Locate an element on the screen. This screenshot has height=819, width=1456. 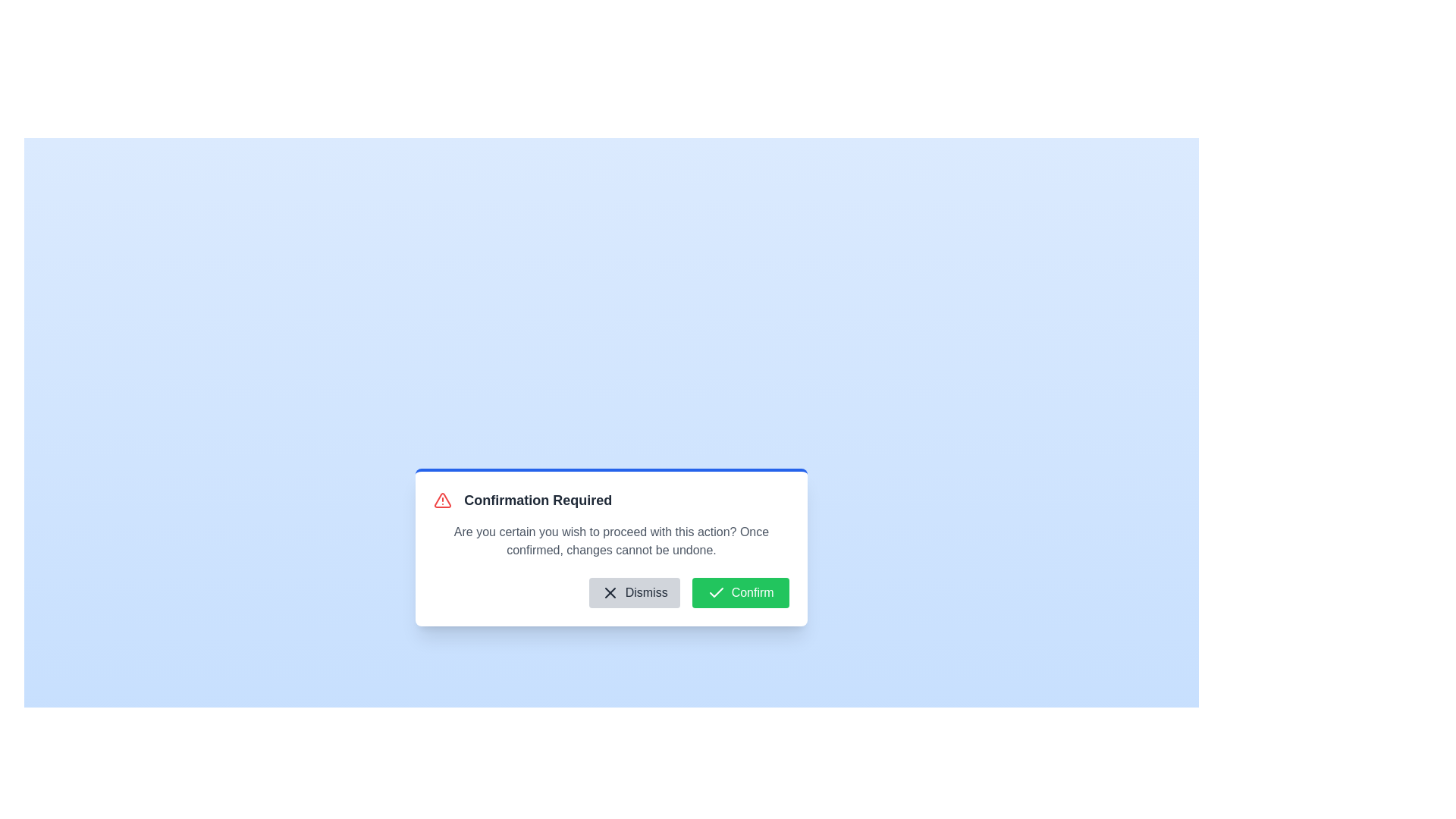
the alert icon located at the top-left corner of the 'Confirmation Required' dialog box, which serves as a visual indicator for important content or actions is located at coordinates (442, 500).